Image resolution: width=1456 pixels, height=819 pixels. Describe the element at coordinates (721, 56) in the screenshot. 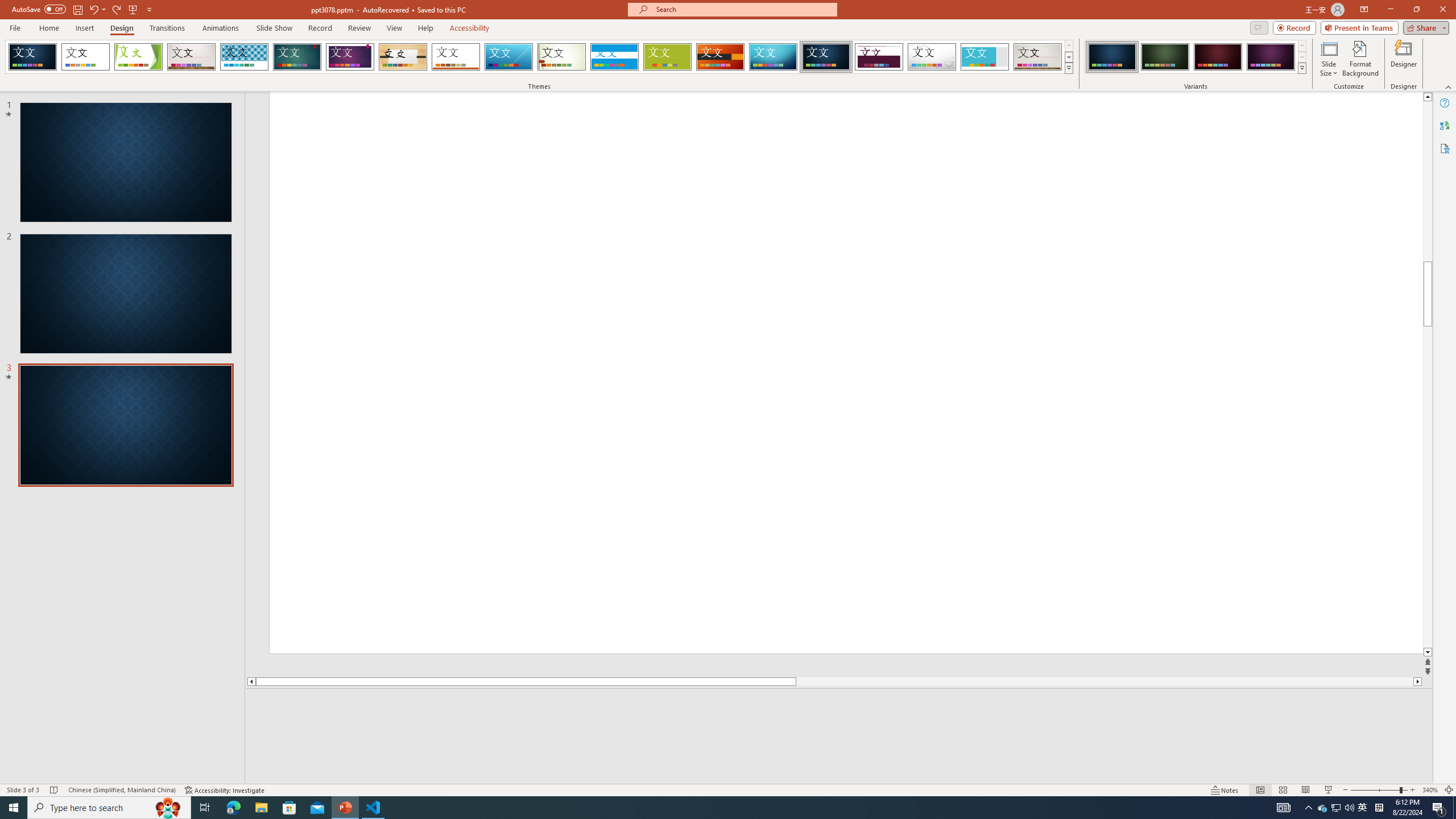

I see `'Berlin'` at that location.